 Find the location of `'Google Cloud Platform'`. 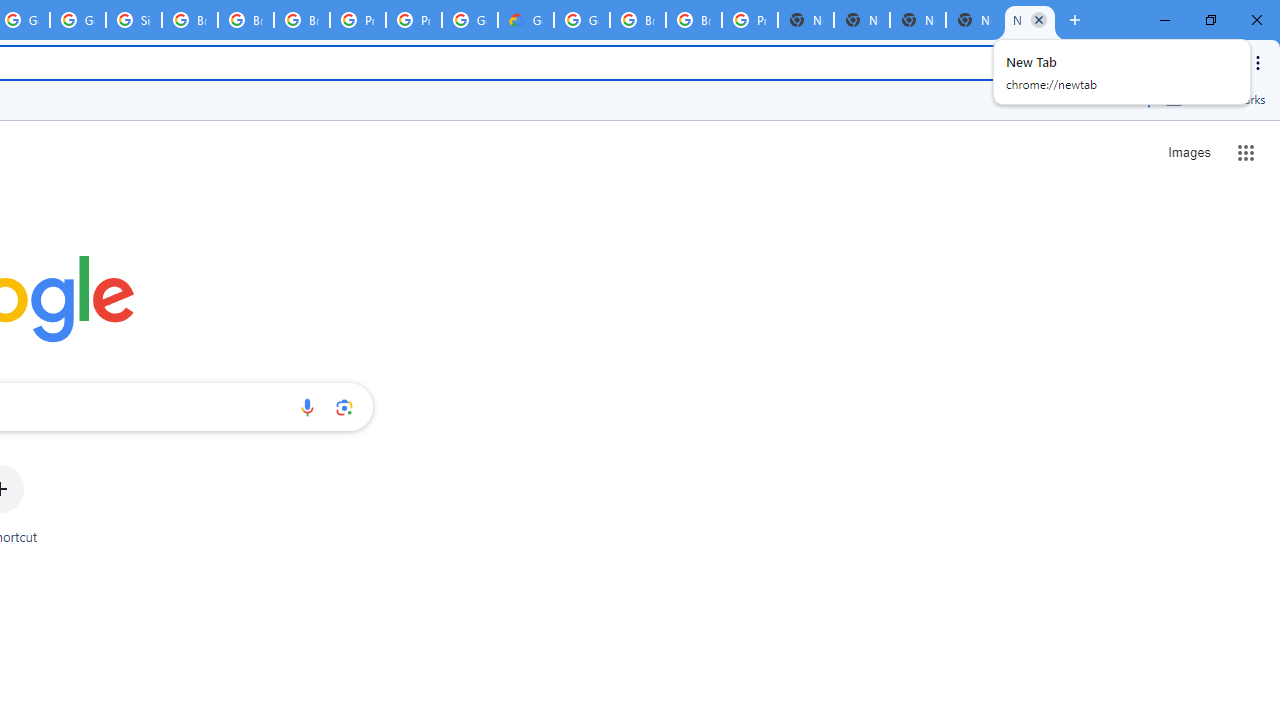

'Google Cloud Platform' is located at coordinates (581, 20).